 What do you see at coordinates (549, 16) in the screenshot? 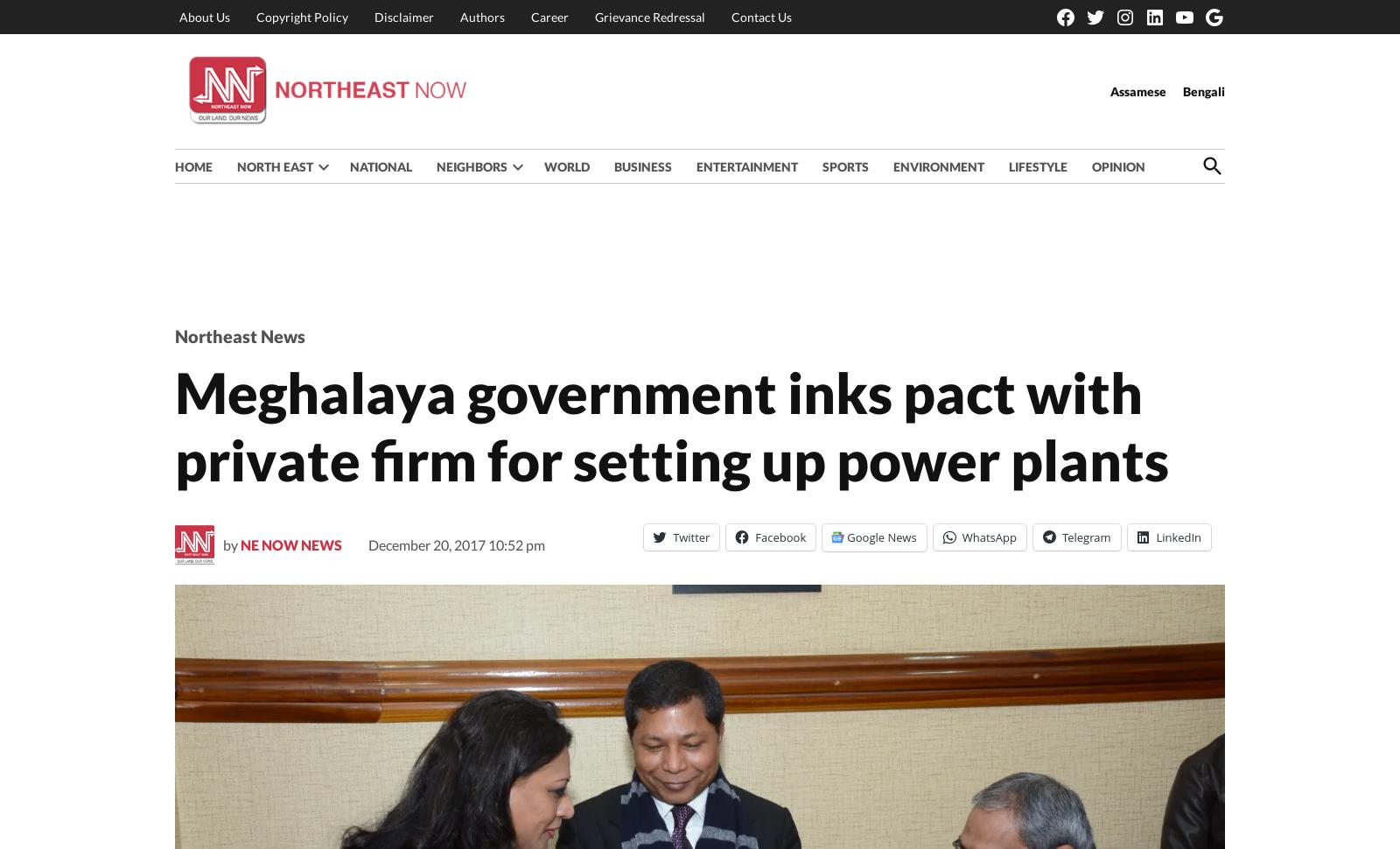
I see `'Career'` at bounding box center [549, 16].